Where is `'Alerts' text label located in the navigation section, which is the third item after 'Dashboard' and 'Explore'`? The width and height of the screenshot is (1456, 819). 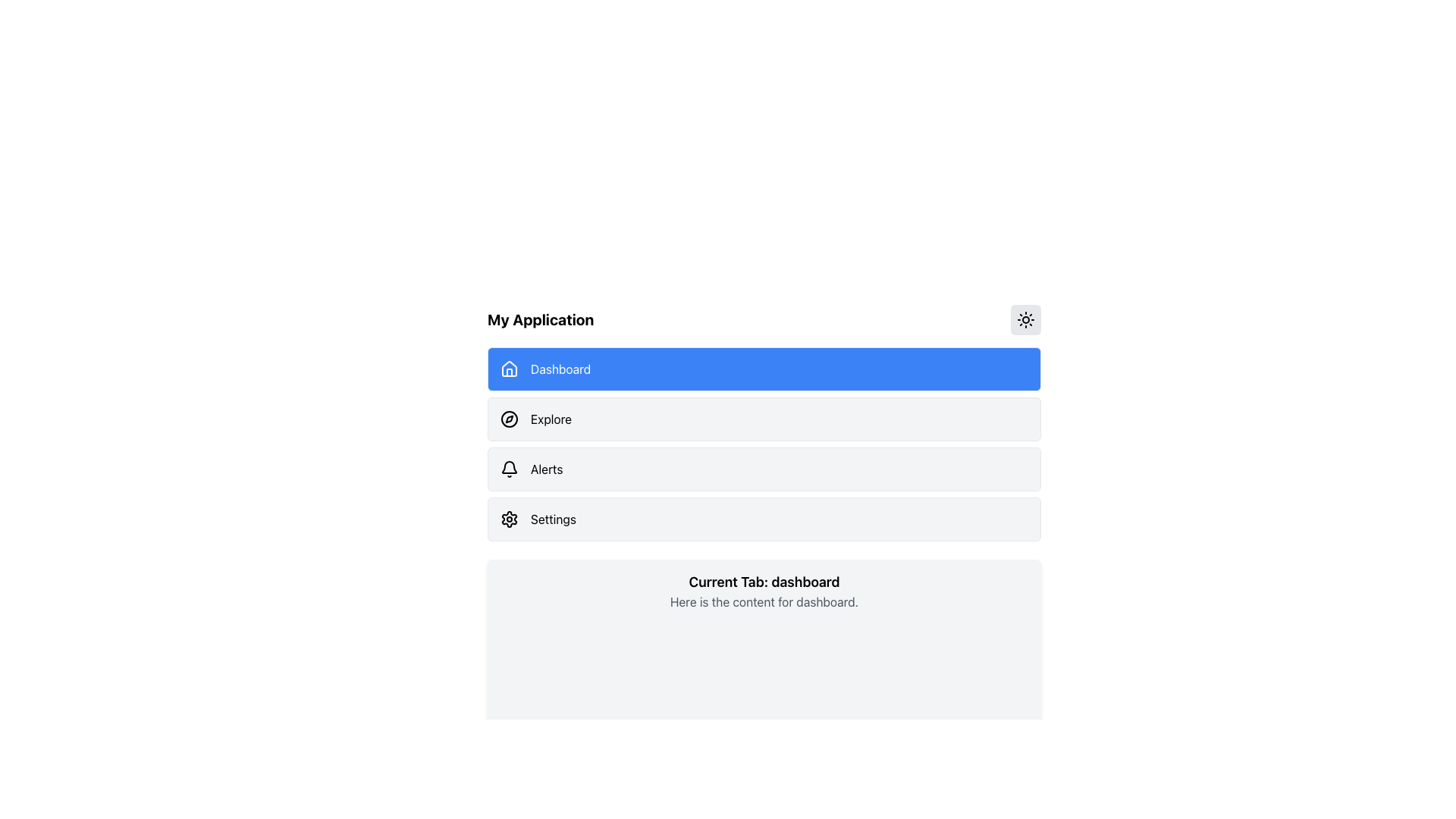
'Alerts' text label located in the navigation section, which is the third item after 'Dashboard' and 'Explore' is located at coordinates (546, 468).